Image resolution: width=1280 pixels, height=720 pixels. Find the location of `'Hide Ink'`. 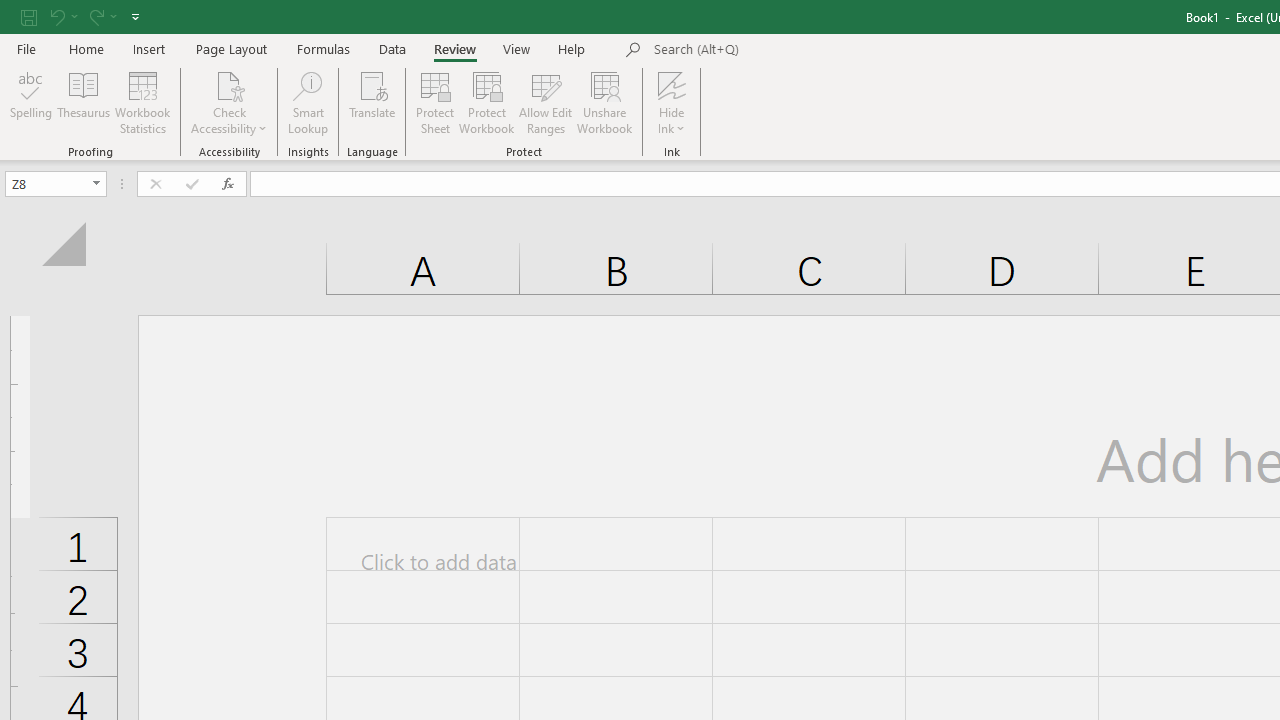

'Hide Ink' is located at coordinates (672, 84).